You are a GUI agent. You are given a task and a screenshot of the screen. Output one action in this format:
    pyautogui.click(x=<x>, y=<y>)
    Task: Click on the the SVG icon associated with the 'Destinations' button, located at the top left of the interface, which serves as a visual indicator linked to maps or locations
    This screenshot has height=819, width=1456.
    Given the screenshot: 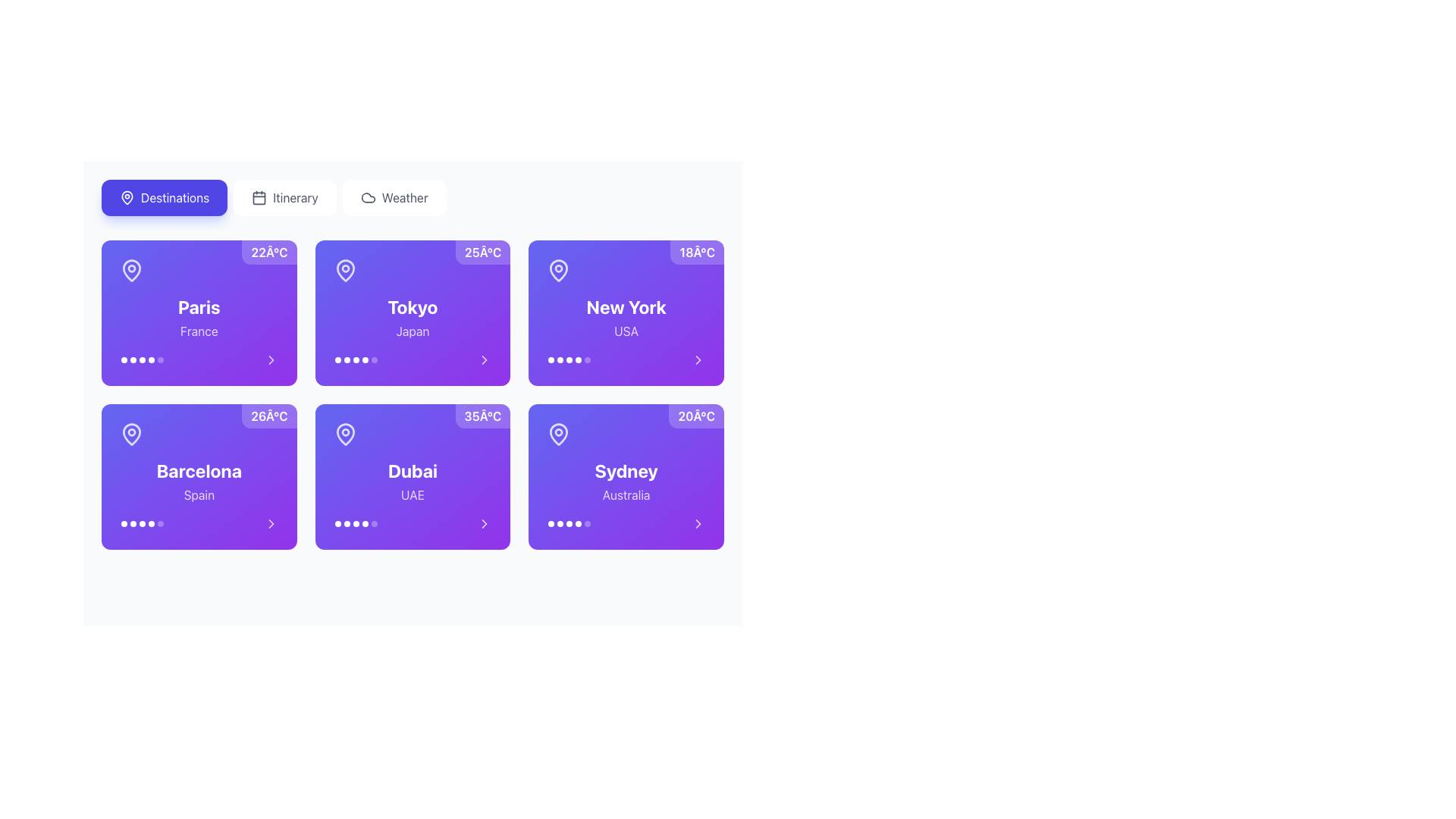 What is the action you would take?
    pyautogui.click(x=127, y=197)
    